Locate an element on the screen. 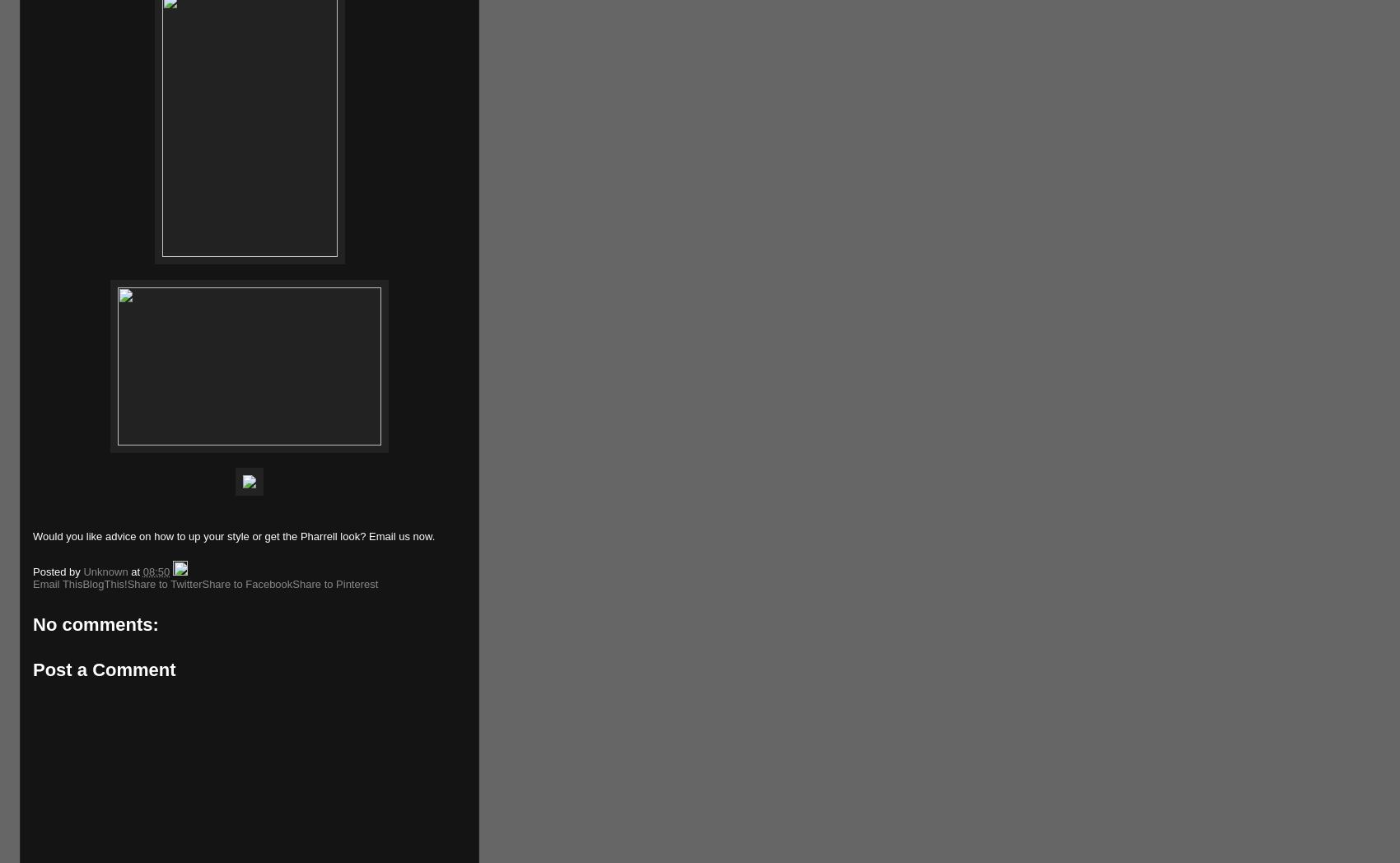 Image resolution: width=1400 pixels, height=863 pixels. 'Would you like advice on how to up your style or get the Pharrell look? Email us now.' is located at coordinates (234, 535).